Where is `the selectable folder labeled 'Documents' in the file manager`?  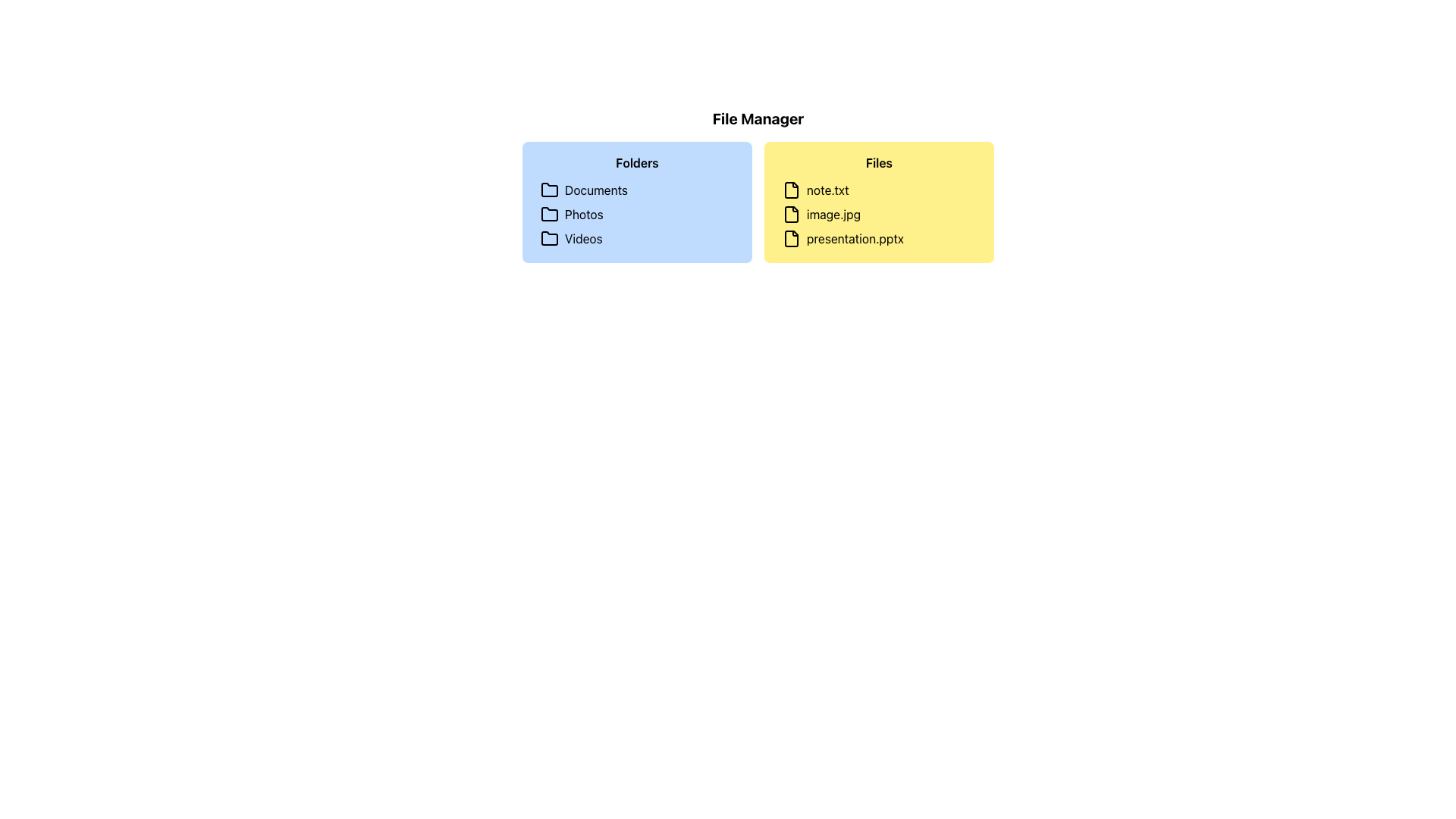 the selectable folder labeled 'Documents' in the file manager is located at coordinates (637, 189).